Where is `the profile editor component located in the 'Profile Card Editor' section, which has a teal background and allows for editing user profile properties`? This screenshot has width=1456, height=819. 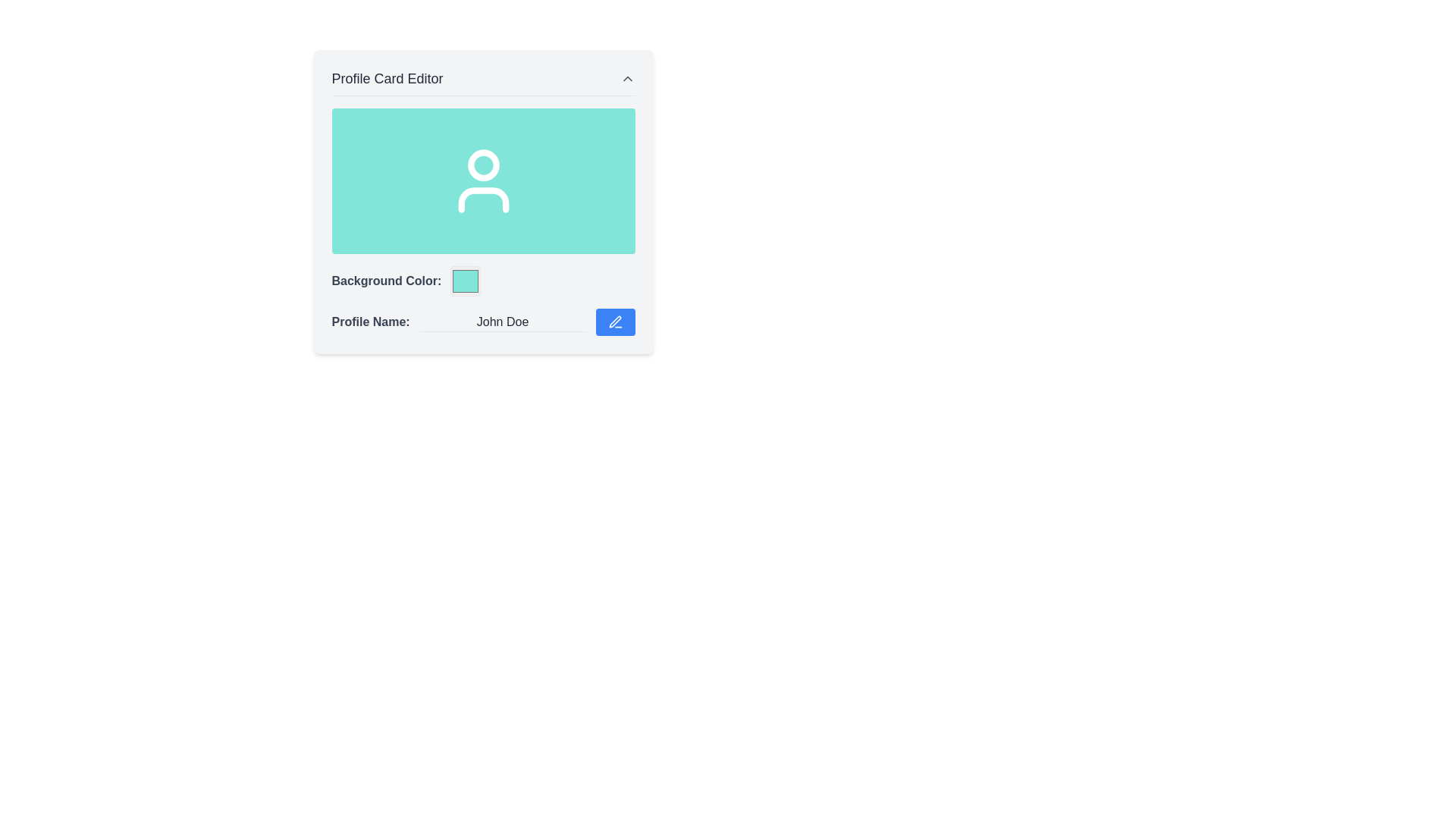 the profile editor component located in the 'Profile Card Editor' section, which has a teal background and allows for editing user profile properties is located at coordinates (482, 222).